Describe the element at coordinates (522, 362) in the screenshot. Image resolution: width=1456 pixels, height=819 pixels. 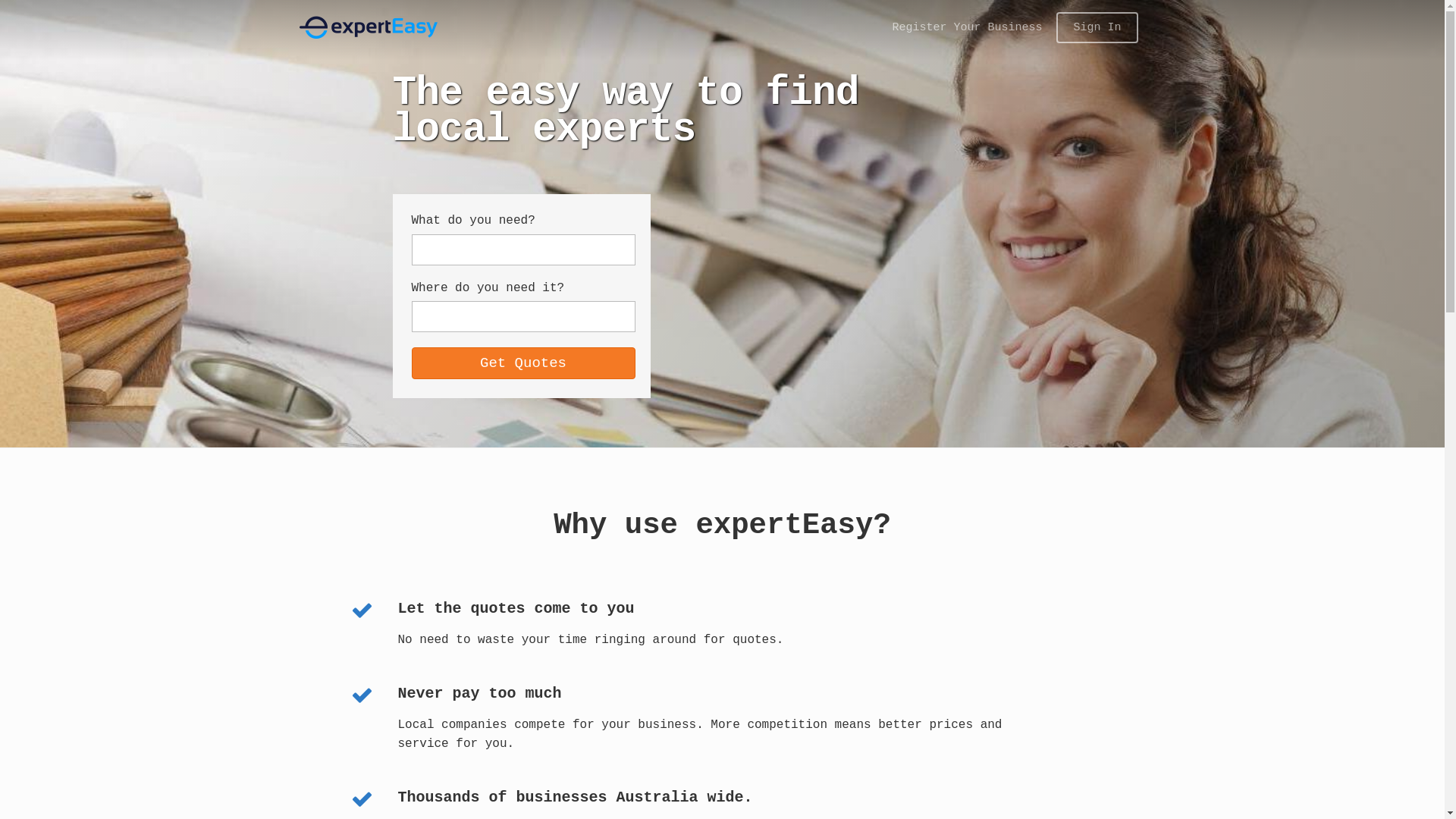
I see `'Get Quotes'` at that location.